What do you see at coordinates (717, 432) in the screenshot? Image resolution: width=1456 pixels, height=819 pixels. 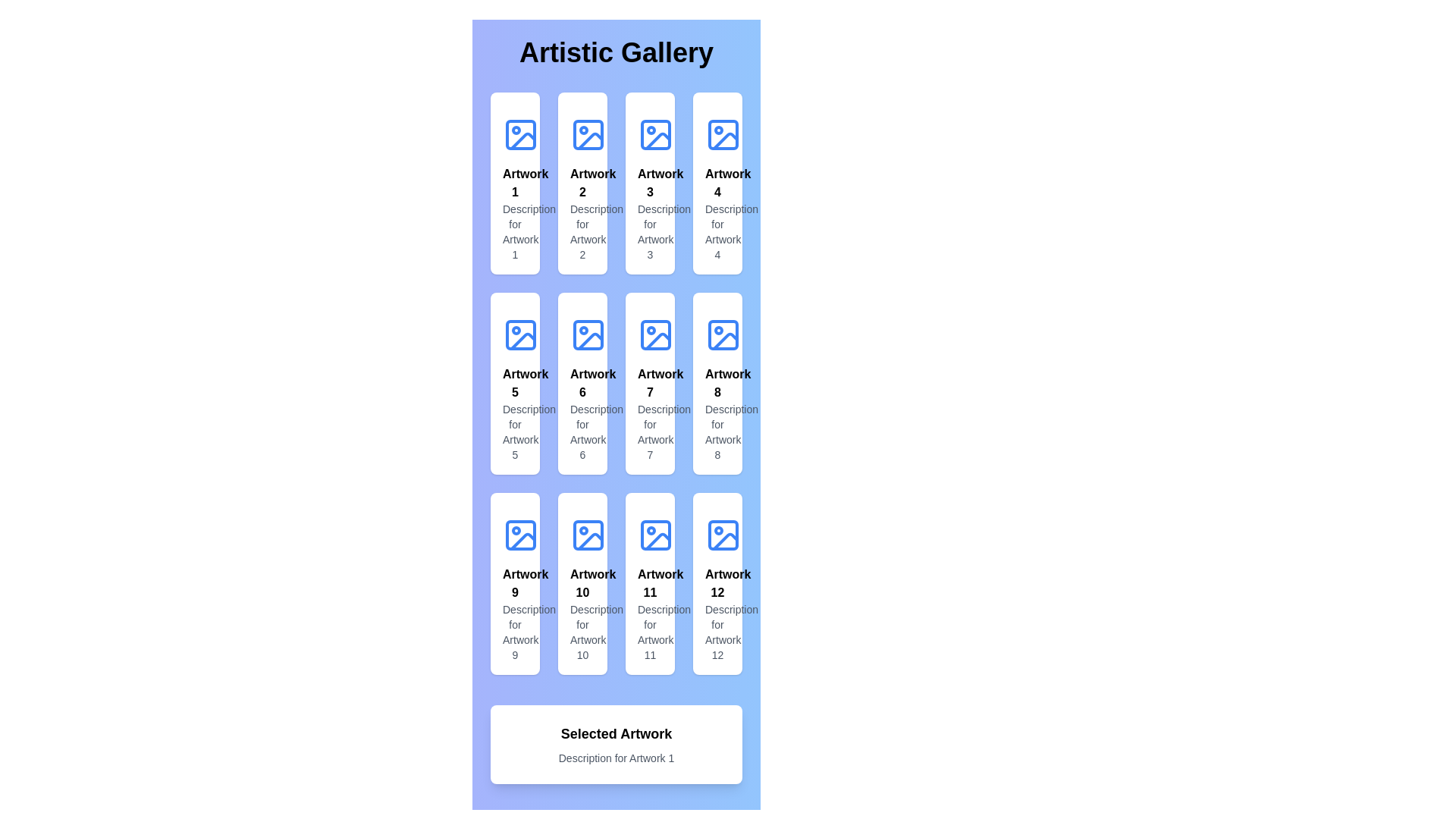 I see `the text label displaying 'Description for Artwork 8' which is styled in gray and located below the heading 'Artwork 8'` at bounding box center [717, 432].